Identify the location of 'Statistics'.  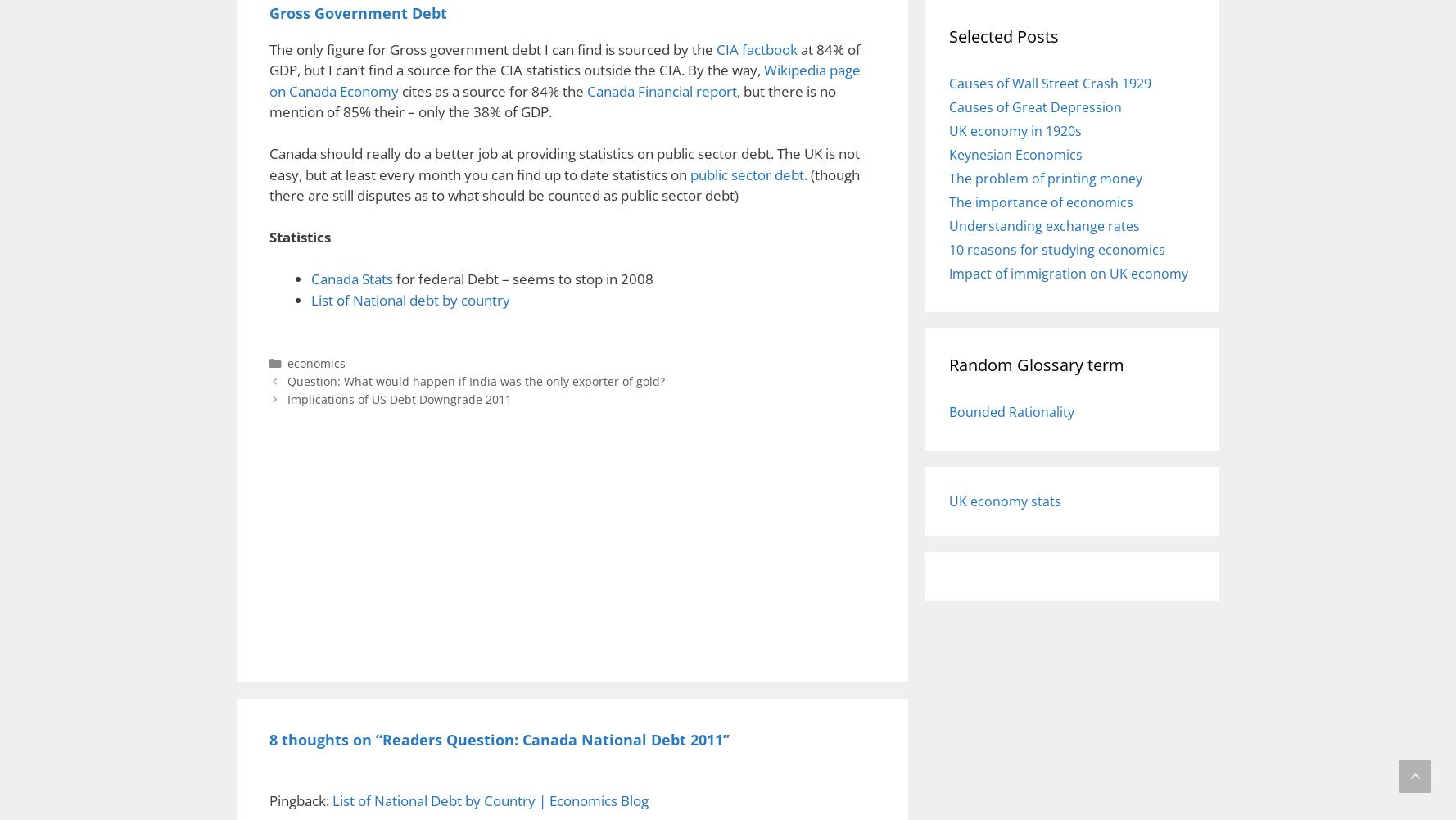
(268, 237).